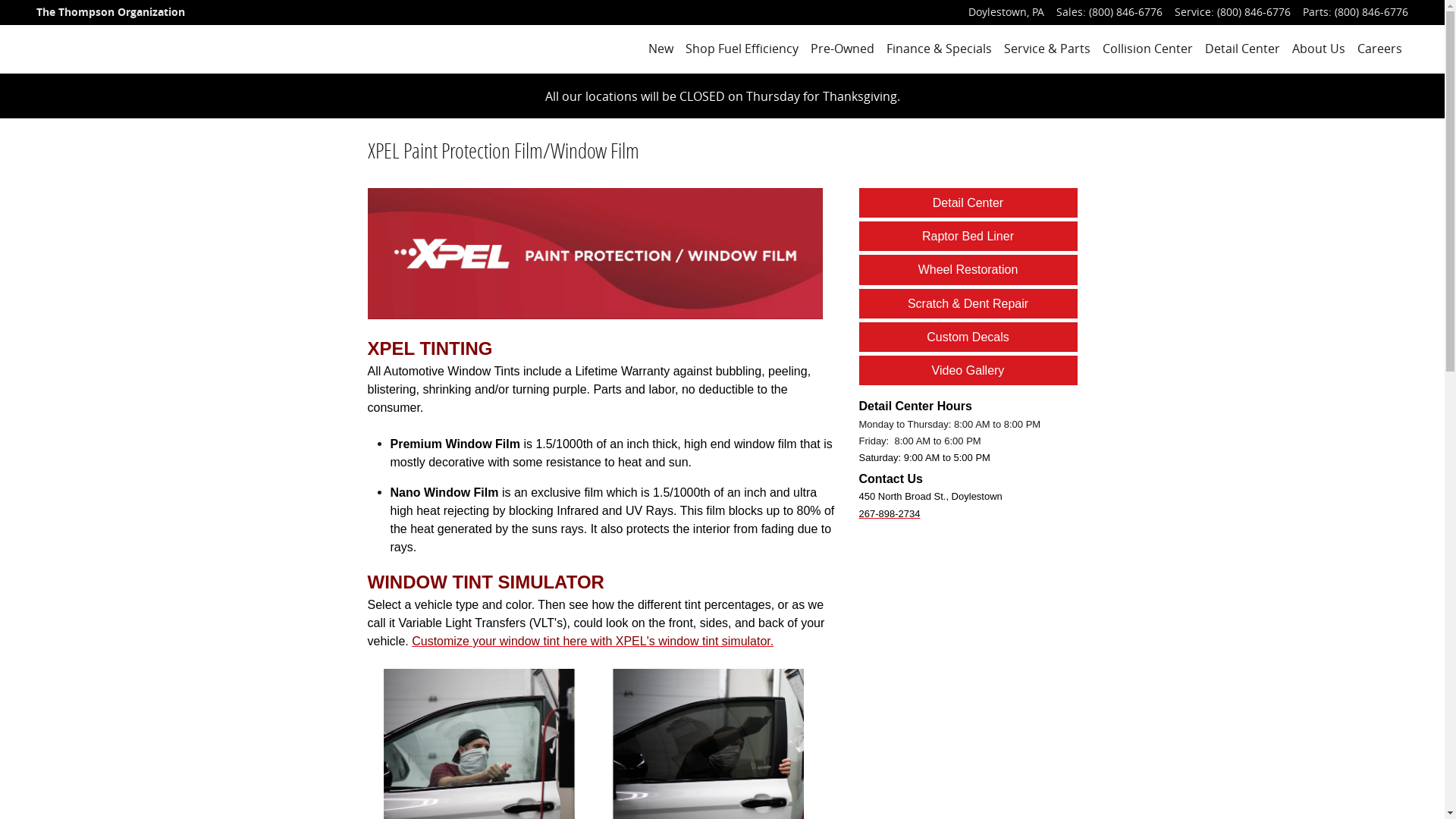  What do you see at coordinates (742, 49) in the screenshot?
I see `'Shop Fuel Efficiency'` at bounding box center [742, 49].